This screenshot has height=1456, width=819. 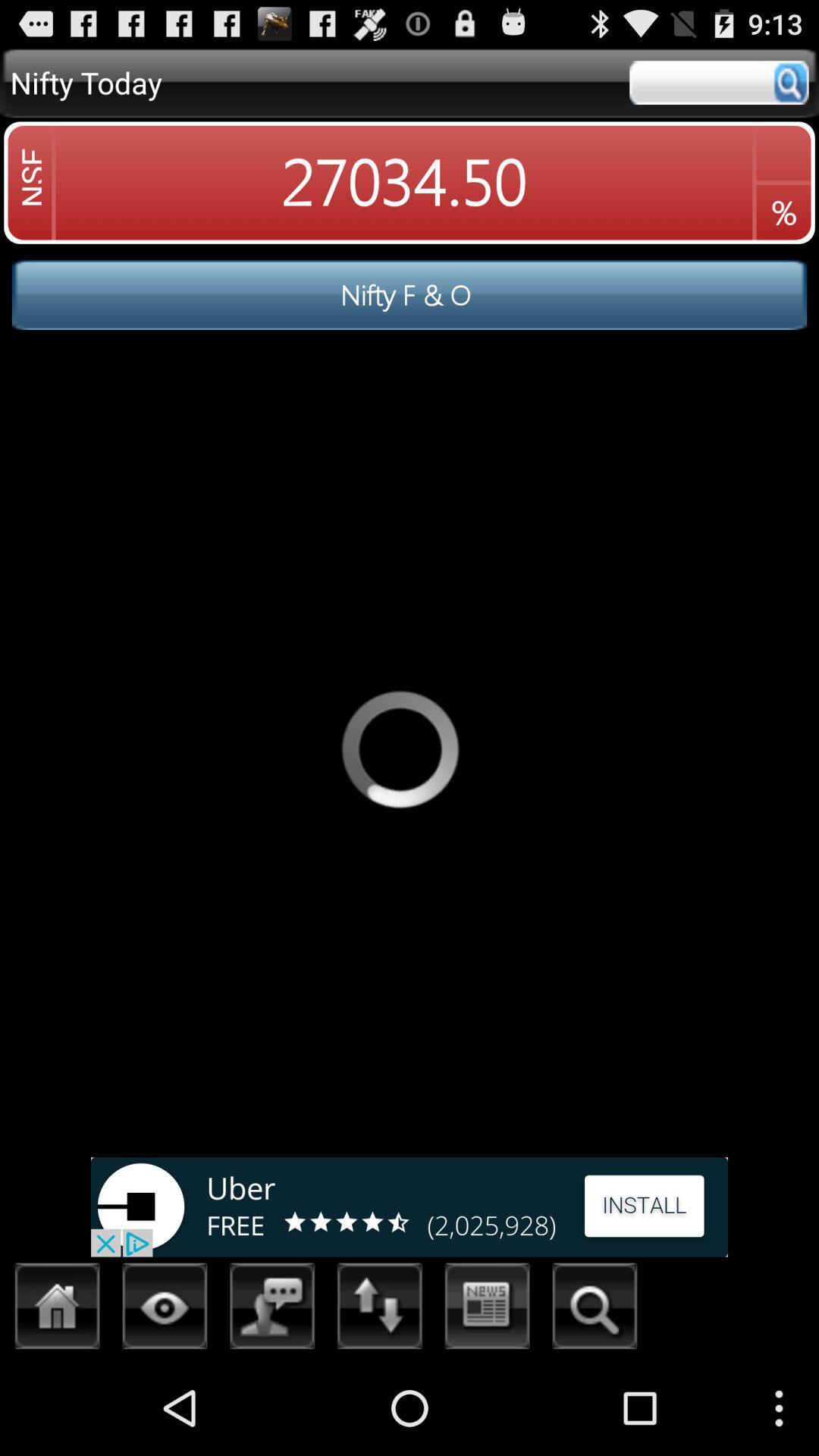 What do you see at coordinates (409, 1206) in the screenshot?
I see `the add` at bounding box center [409, 1206].